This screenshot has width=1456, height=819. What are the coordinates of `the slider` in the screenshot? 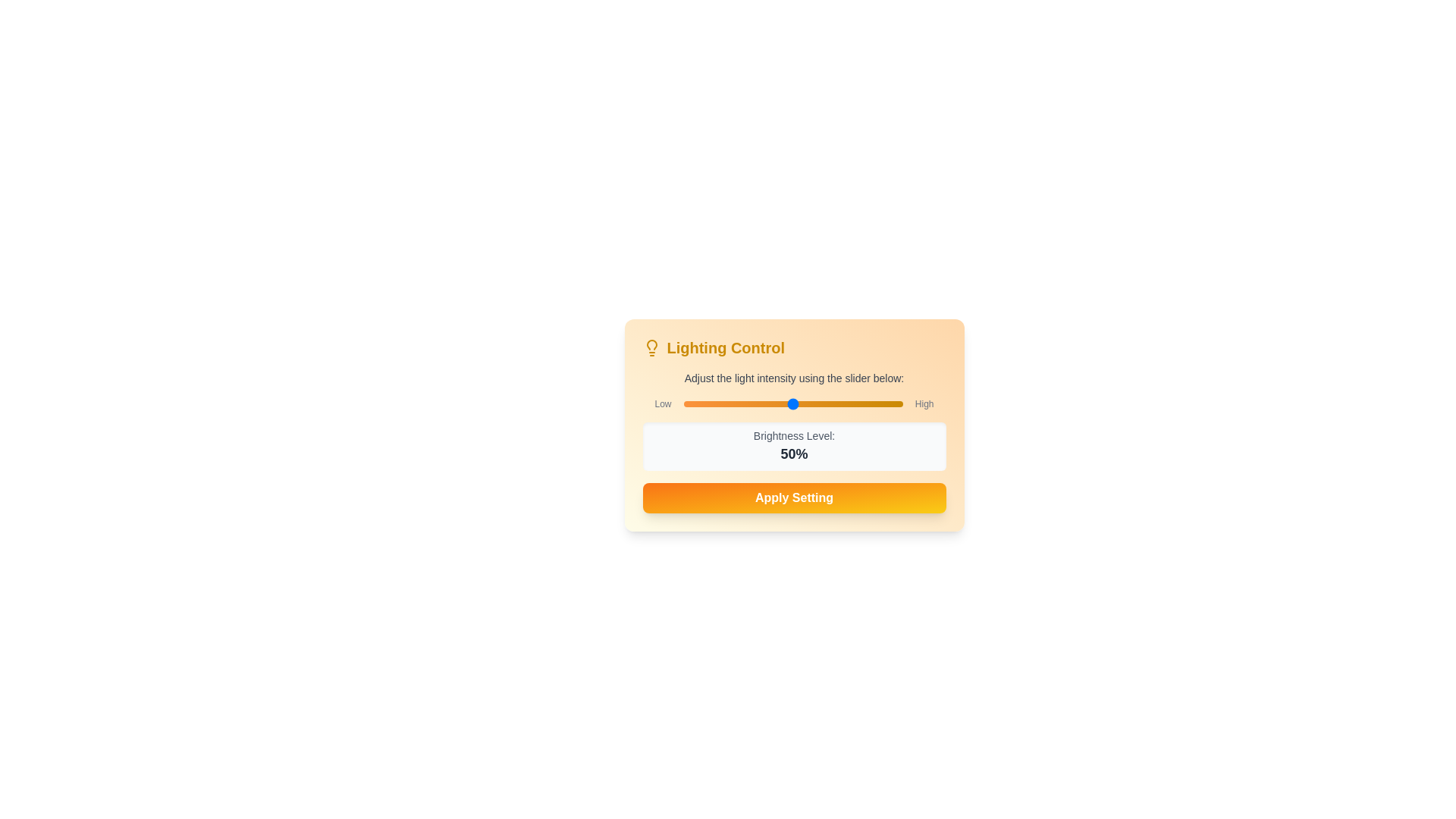 It's located at (858, 403).